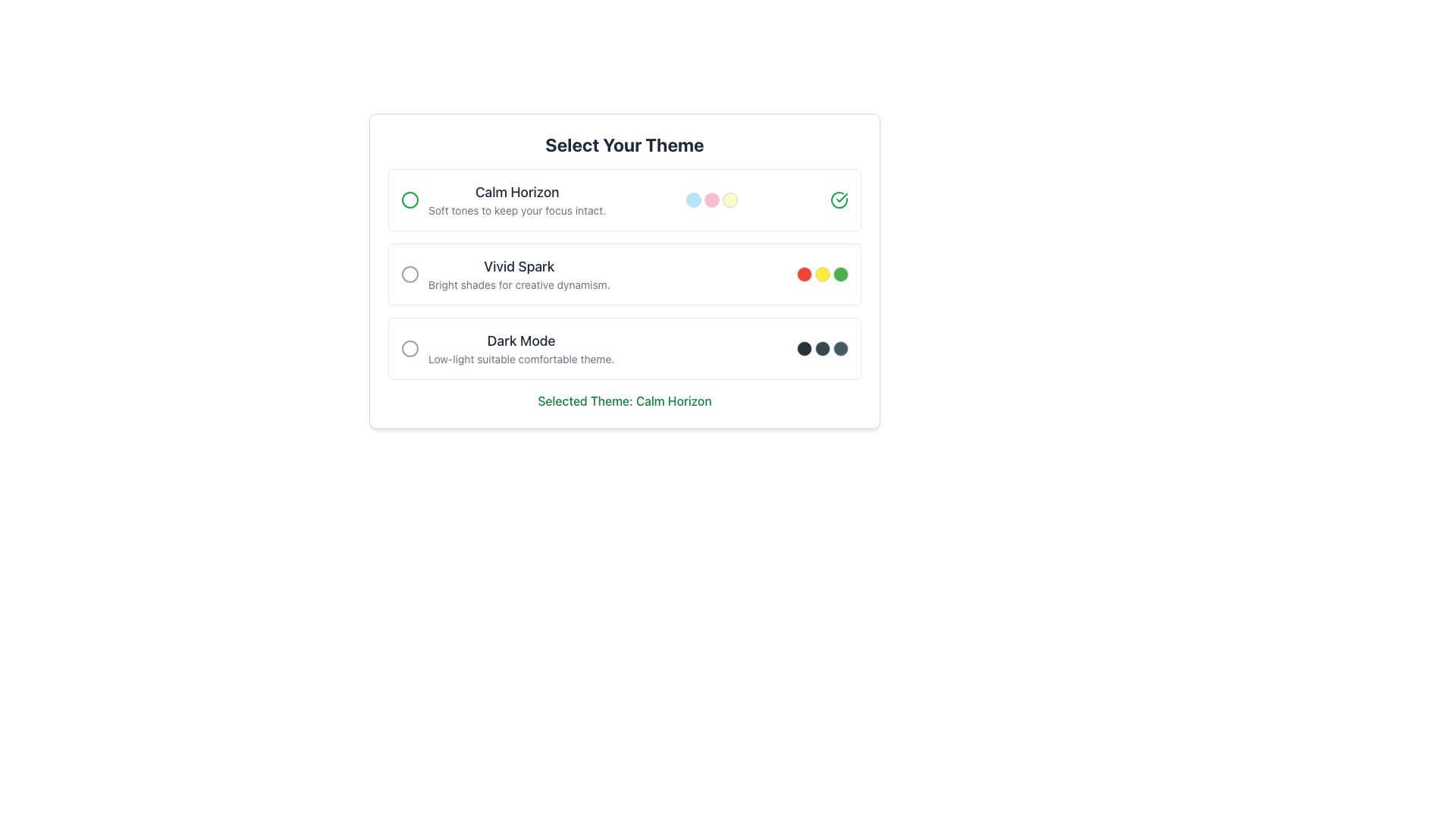 The width and height of the screenshot is (1456, 819). What do you see at coordinates (410, 348) in the screenshot?
I see `the circular icon representing the 'Dark Mode' theme option, which is an unfilled circle with a solid outline located at the leftmost area of the theme options row` at bounding box center [410, 348].